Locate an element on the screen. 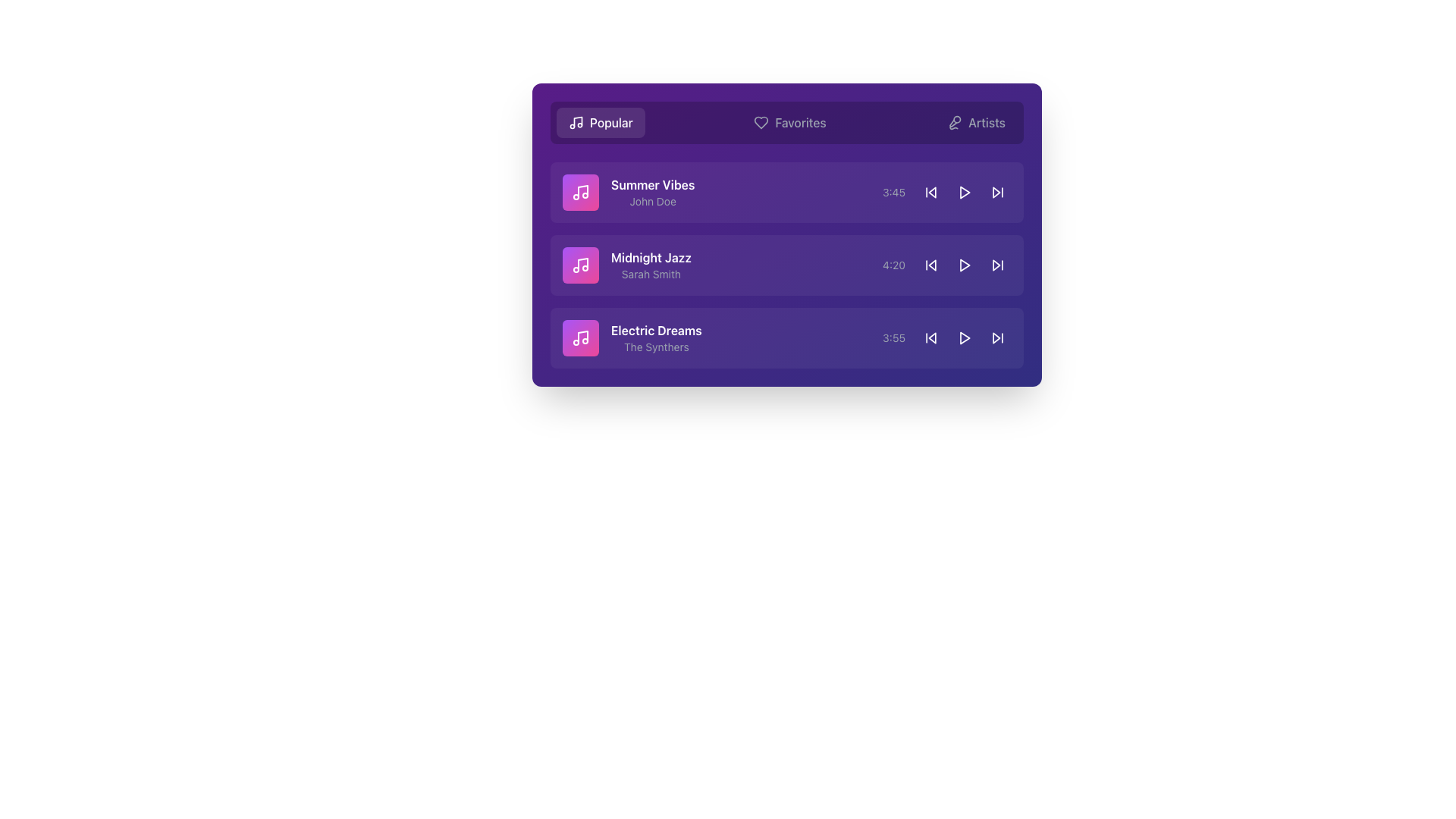 The width and height of the screenshot is (1456, 819). the third button in the row to skip to the next track in the playlist labeled 'Midnight Jazz' is located at coordinates (997, 265).